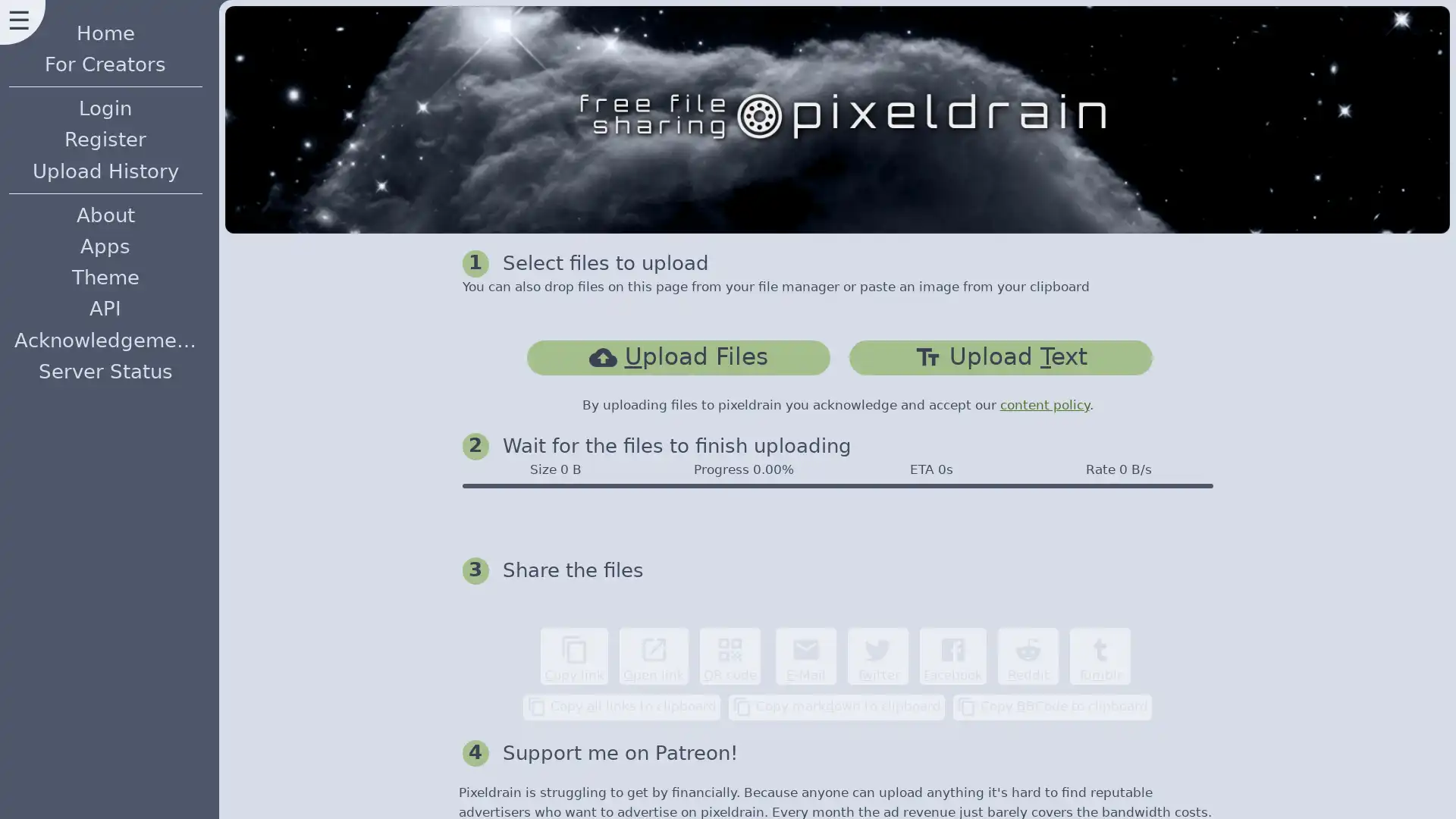 This screenshot has height=819, width=1456. Describe the element at coordinates (836, 707) in the screenshot. I see `content_copy Copy markdown to clipboard` at that location.